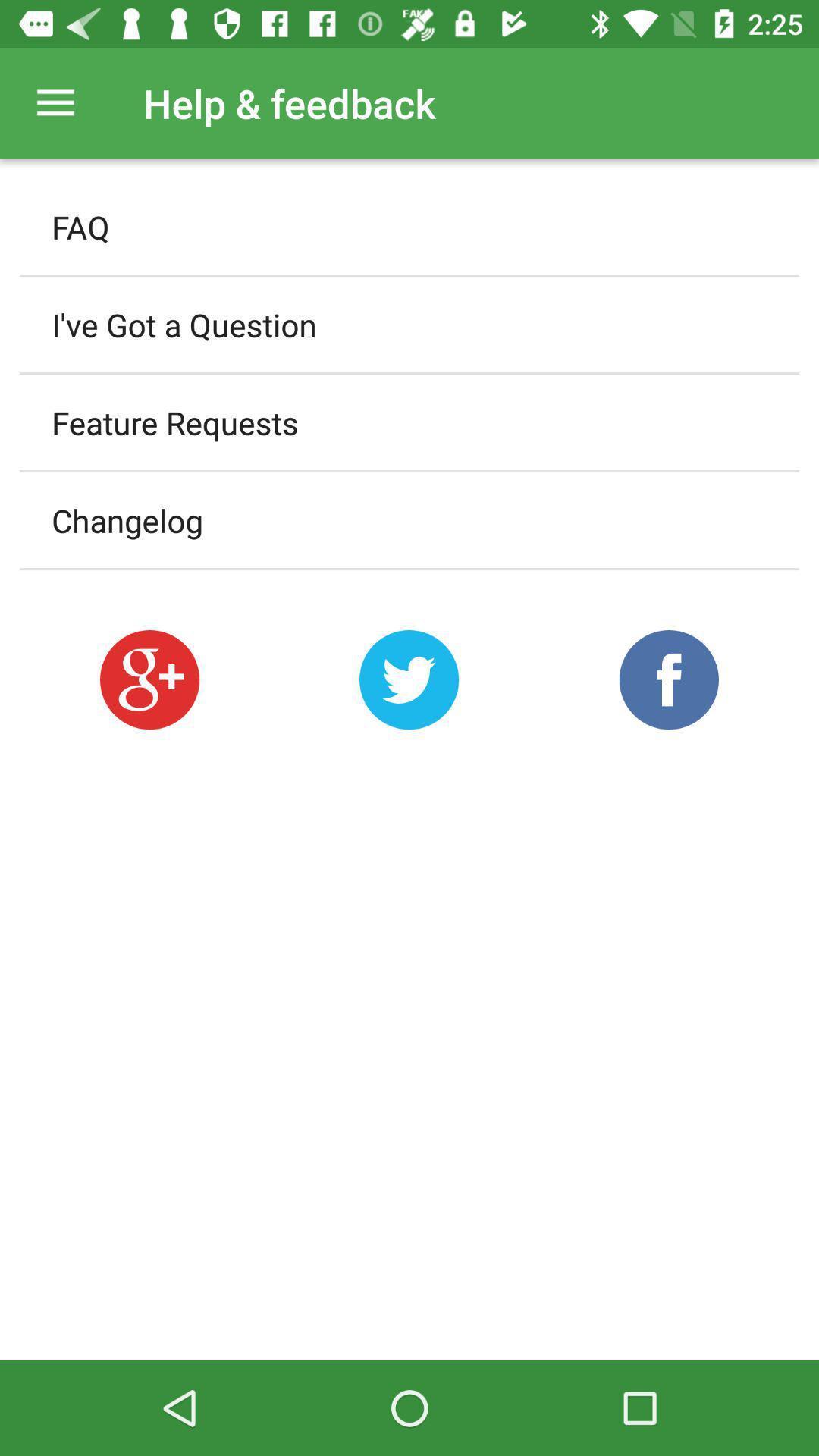 The width and height of the screenshot is (819, 1456). Describe the element at coordinates (409, 324) in the screenshot. I see `the item below faq icon` at that location.